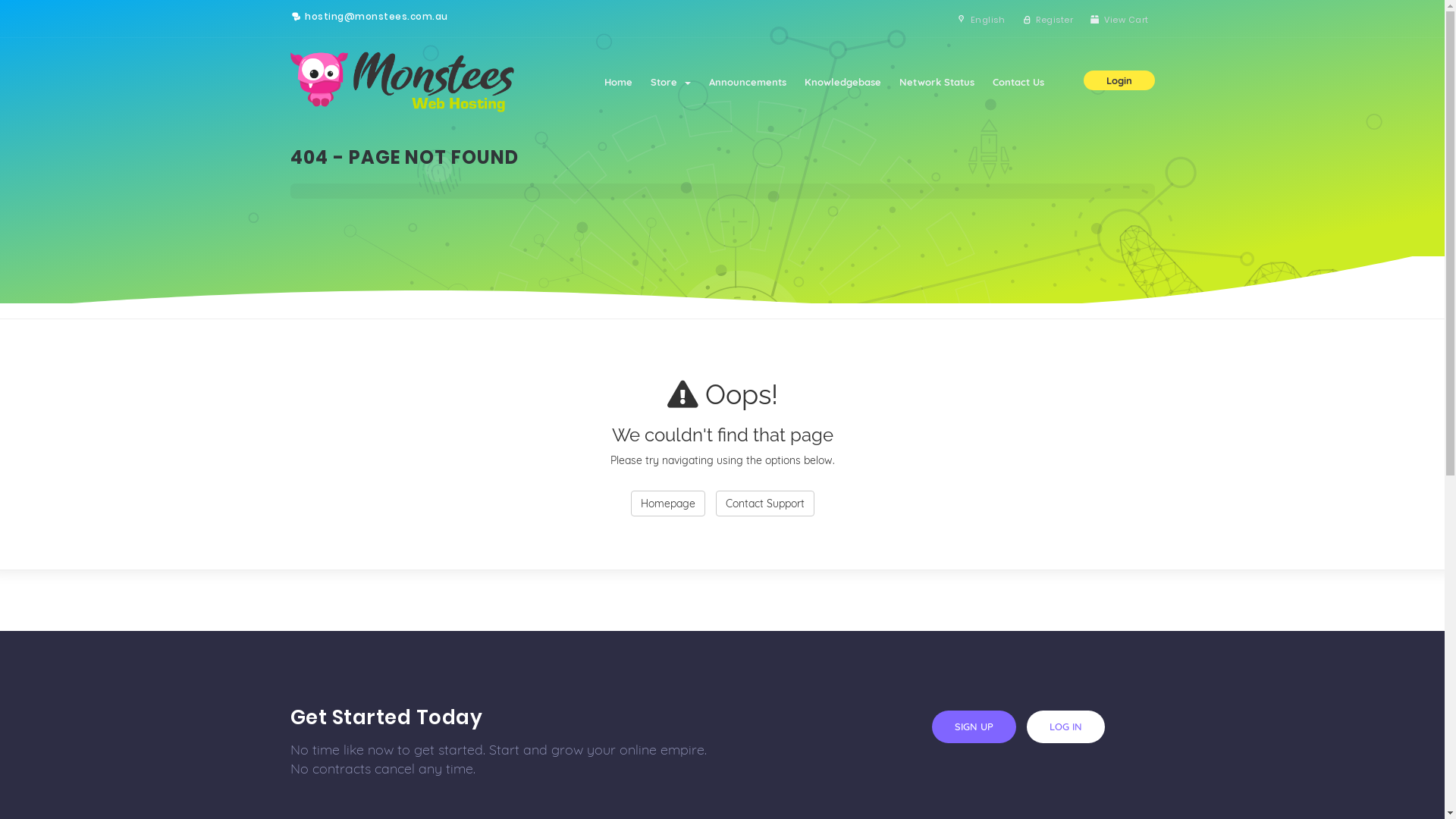 The width and height of the screenshot is (1456, 819). What do you see at coordinates (1018, 82) in the screenshot?
I see `'Contact Us'` at bounding box center [1018, 82].